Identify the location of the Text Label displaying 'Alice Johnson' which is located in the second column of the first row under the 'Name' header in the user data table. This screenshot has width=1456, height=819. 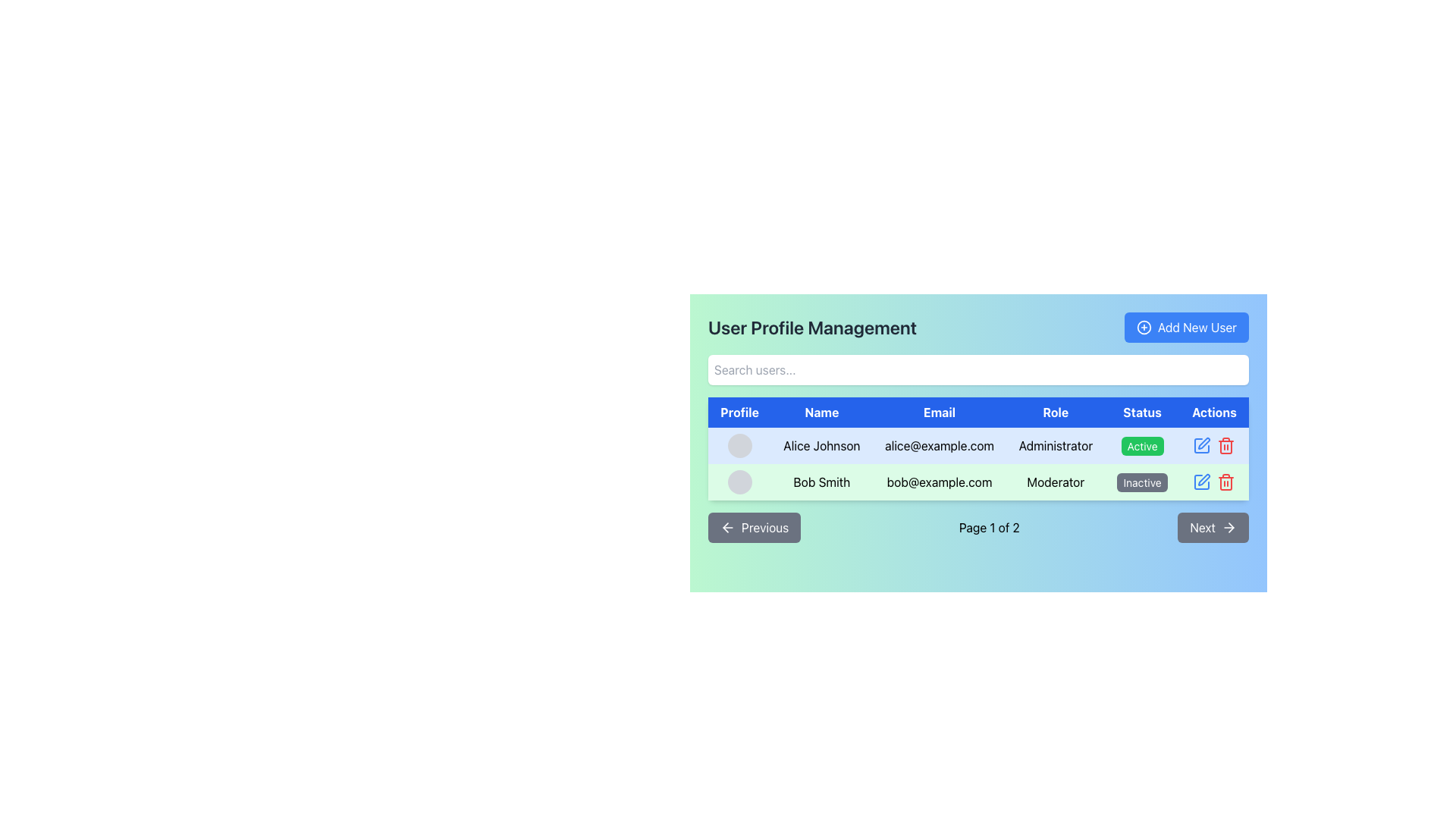
(821, 444).